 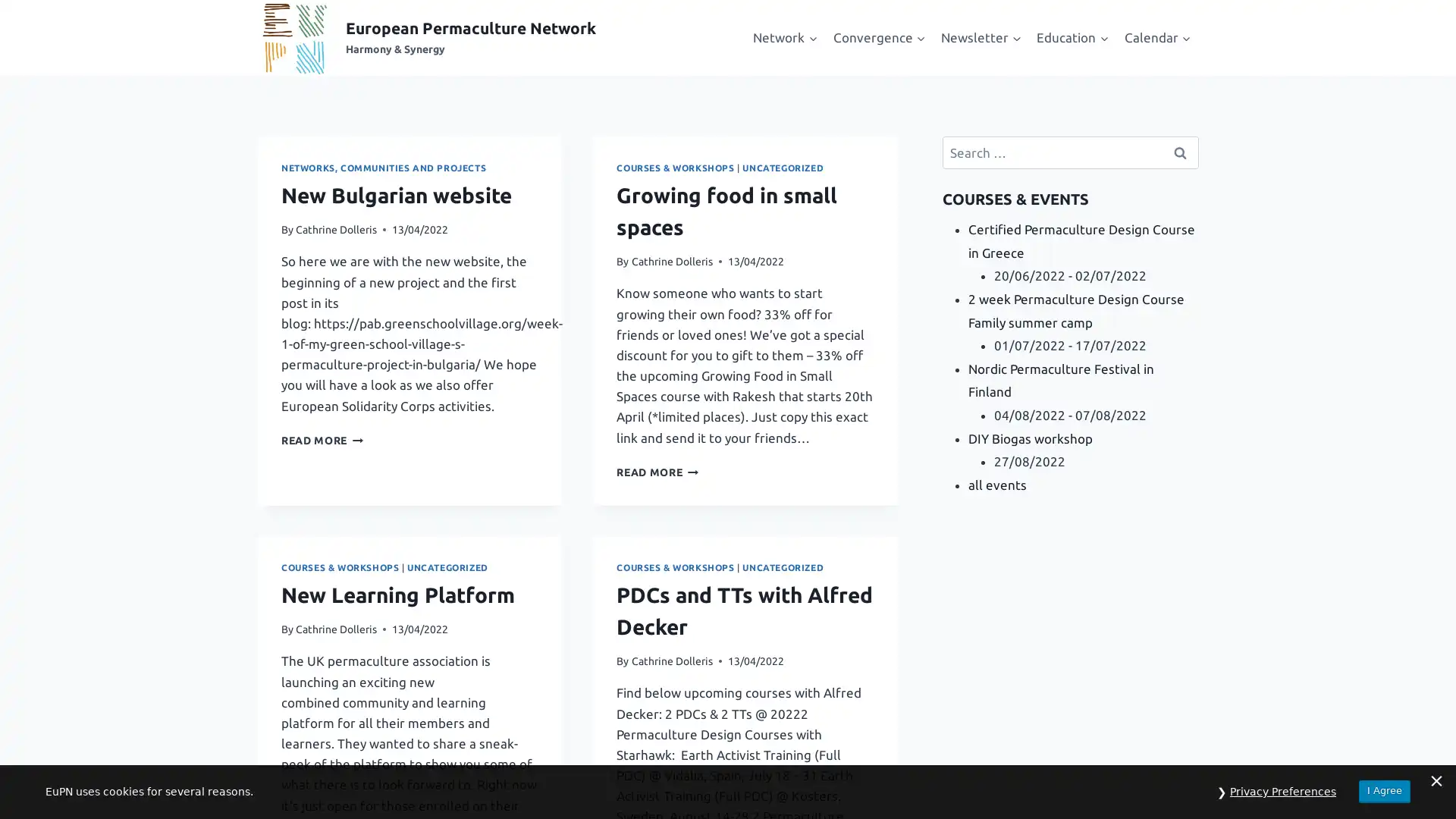 I want to click on Expand child menu, so click(x=785, y=36).